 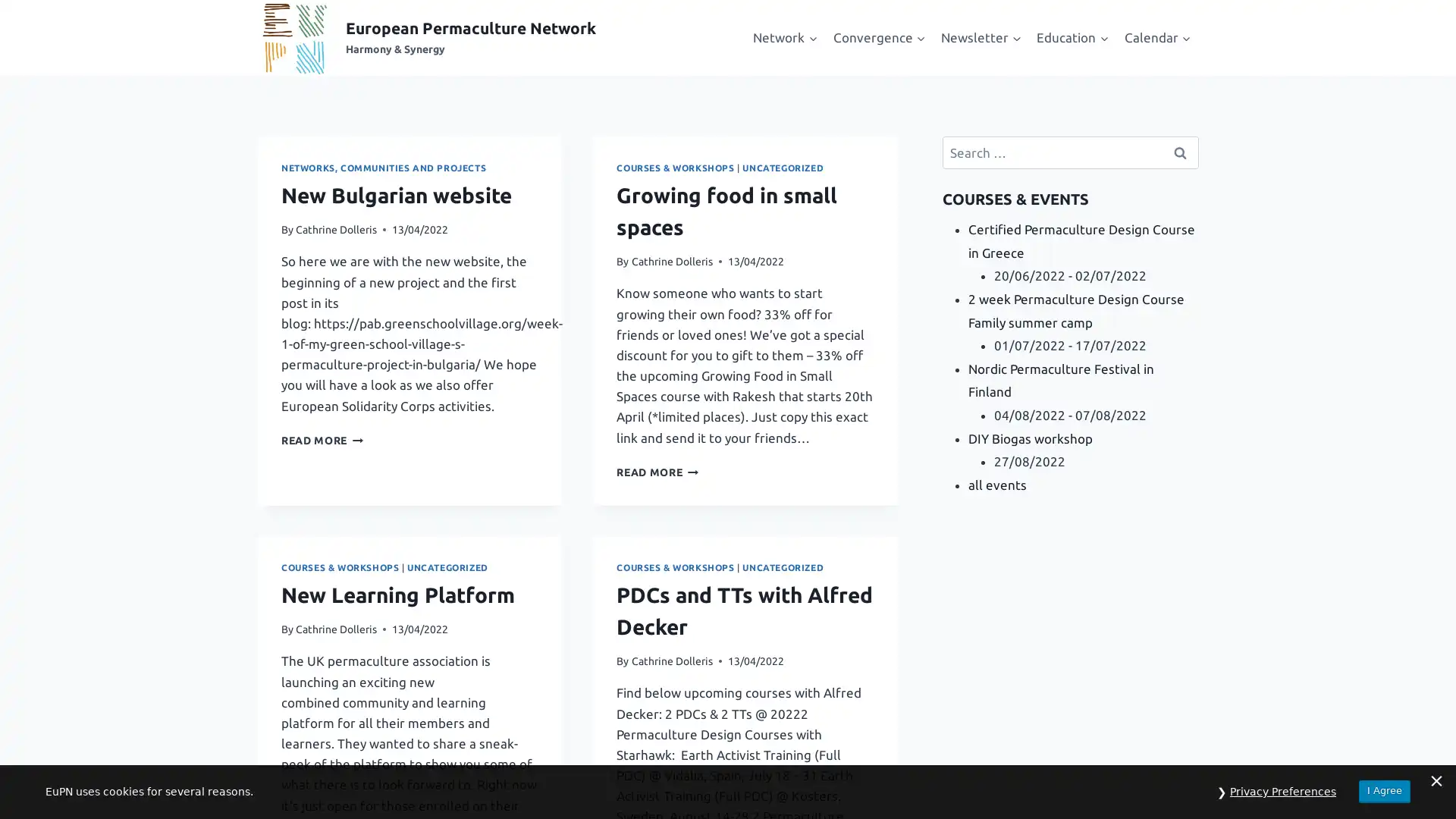 I want to click on Expand child menu, so click(x=785, y=36).